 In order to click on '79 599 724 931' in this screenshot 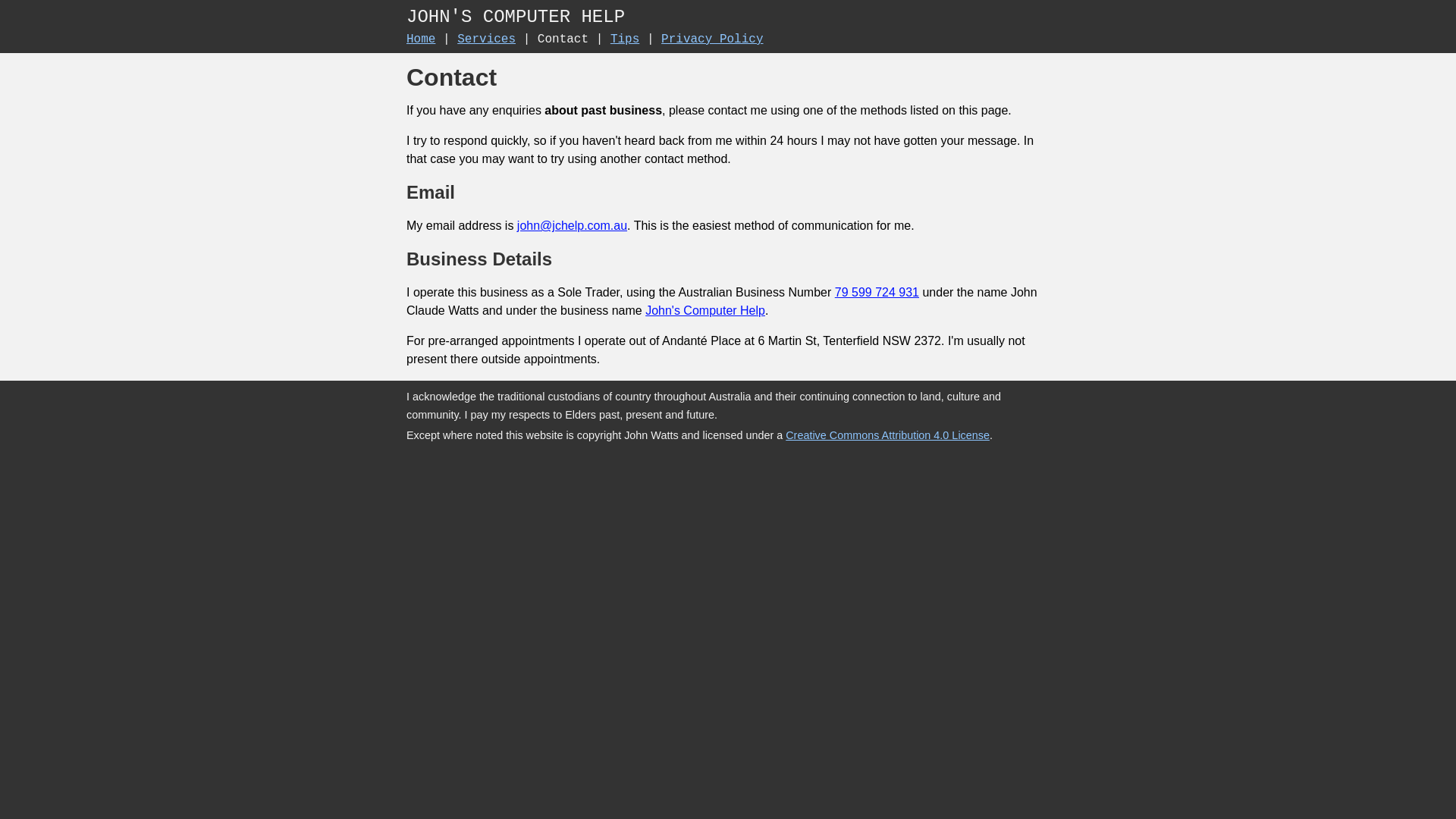, I will do `click(877, 292)`.